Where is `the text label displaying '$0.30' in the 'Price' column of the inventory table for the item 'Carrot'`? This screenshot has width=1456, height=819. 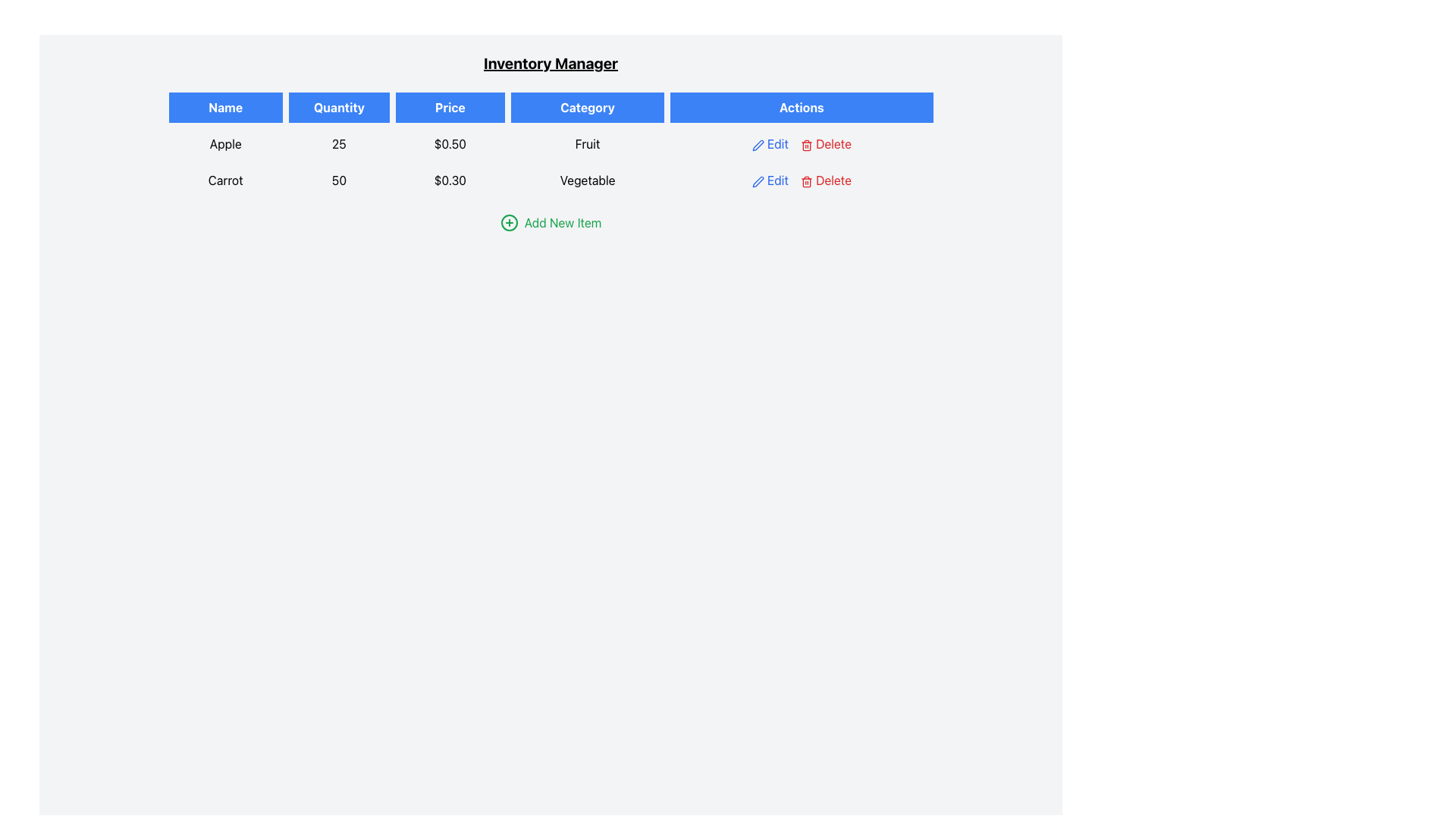 the text label displaying '$0.30' in the 'Price' column of the inventory table for the item 'Carrot' is located at coordinates (449, 180).